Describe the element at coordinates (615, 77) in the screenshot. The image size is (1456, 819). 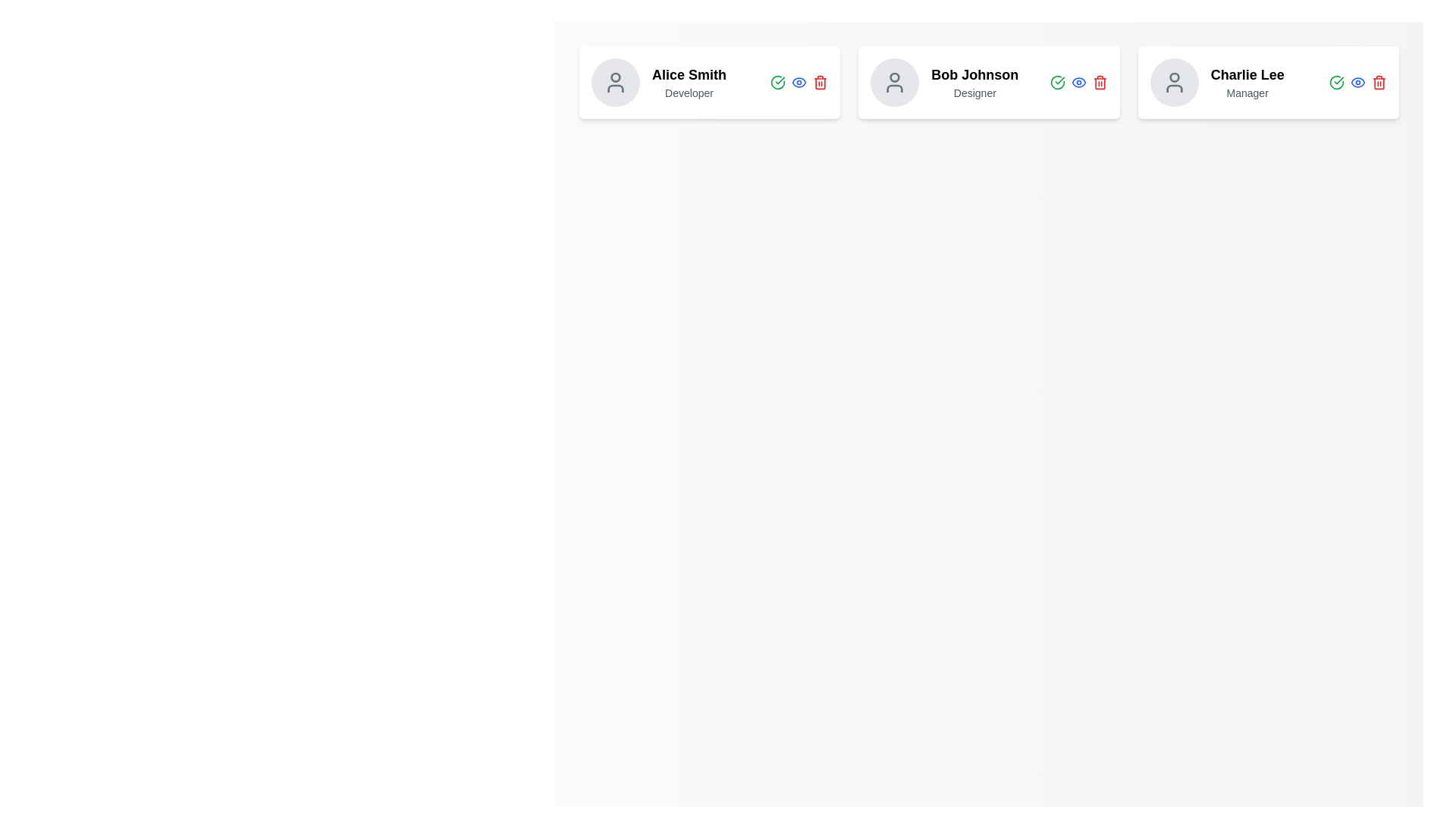
I see `the circular indicator located in the upper-left quadrant of the user card` at that location.